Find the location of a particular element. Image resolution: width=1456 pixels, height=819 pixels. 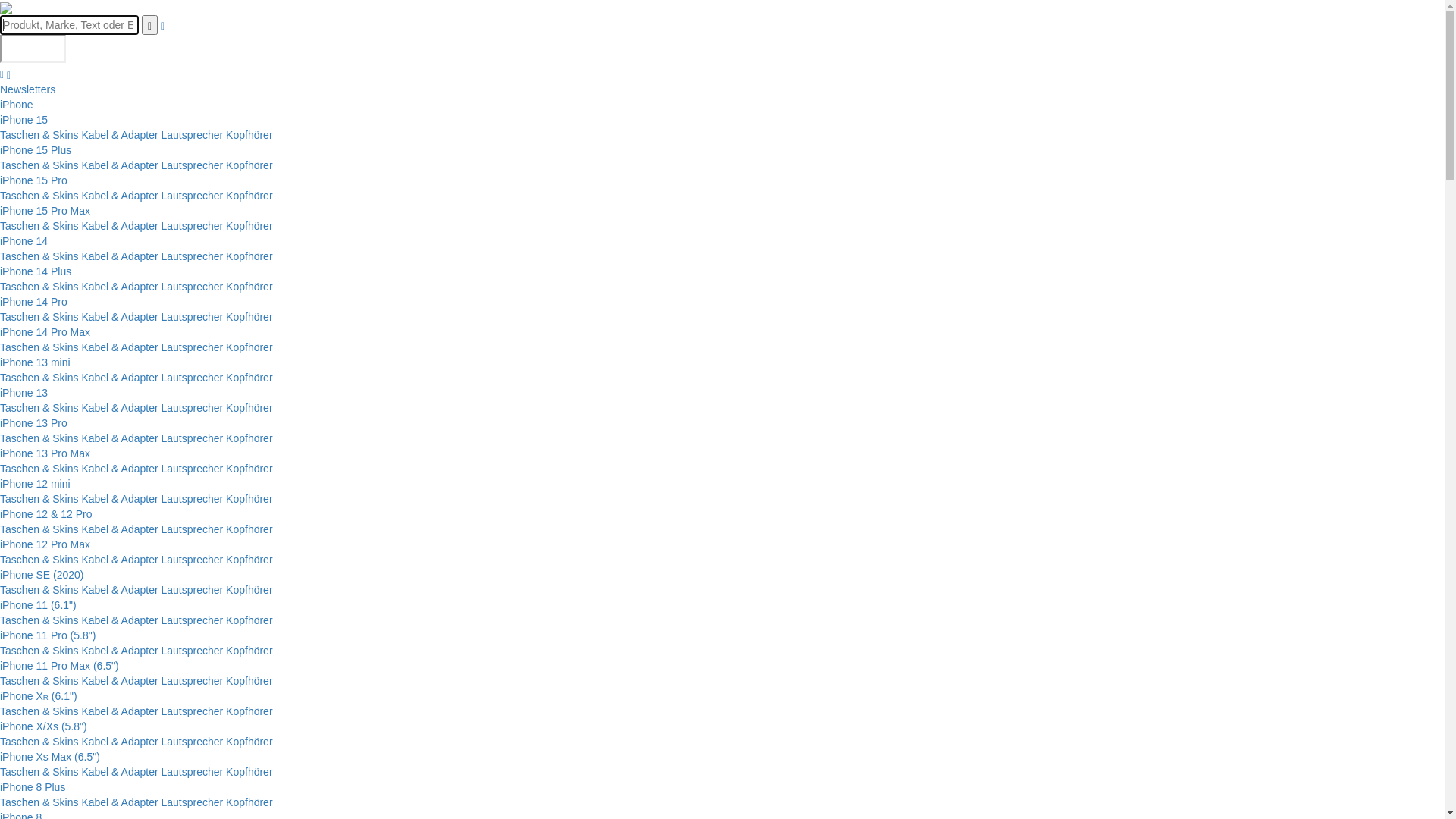

'iPhone 13 mini' is located at coordinates (35, 362).